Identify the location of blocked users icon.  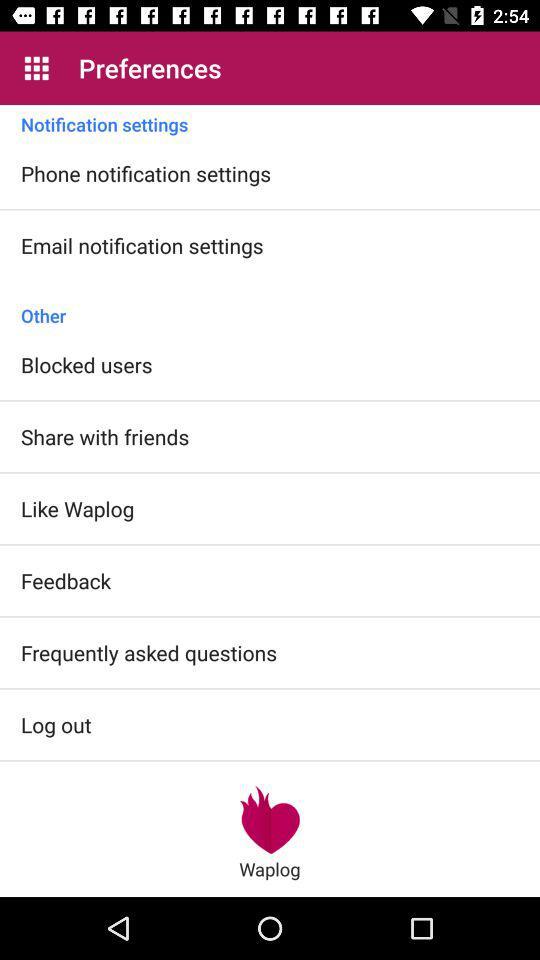
(85, 363).